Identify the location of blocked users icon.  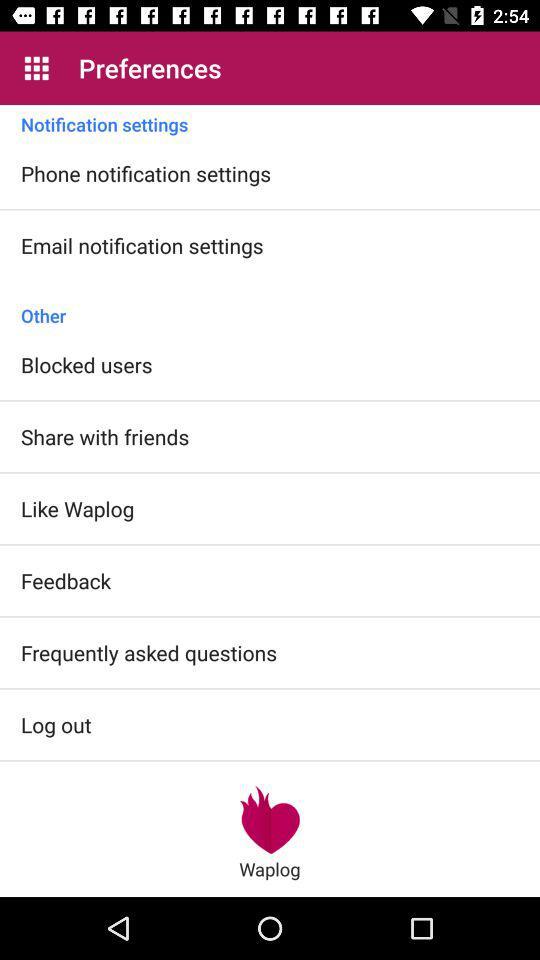
(85, 363).